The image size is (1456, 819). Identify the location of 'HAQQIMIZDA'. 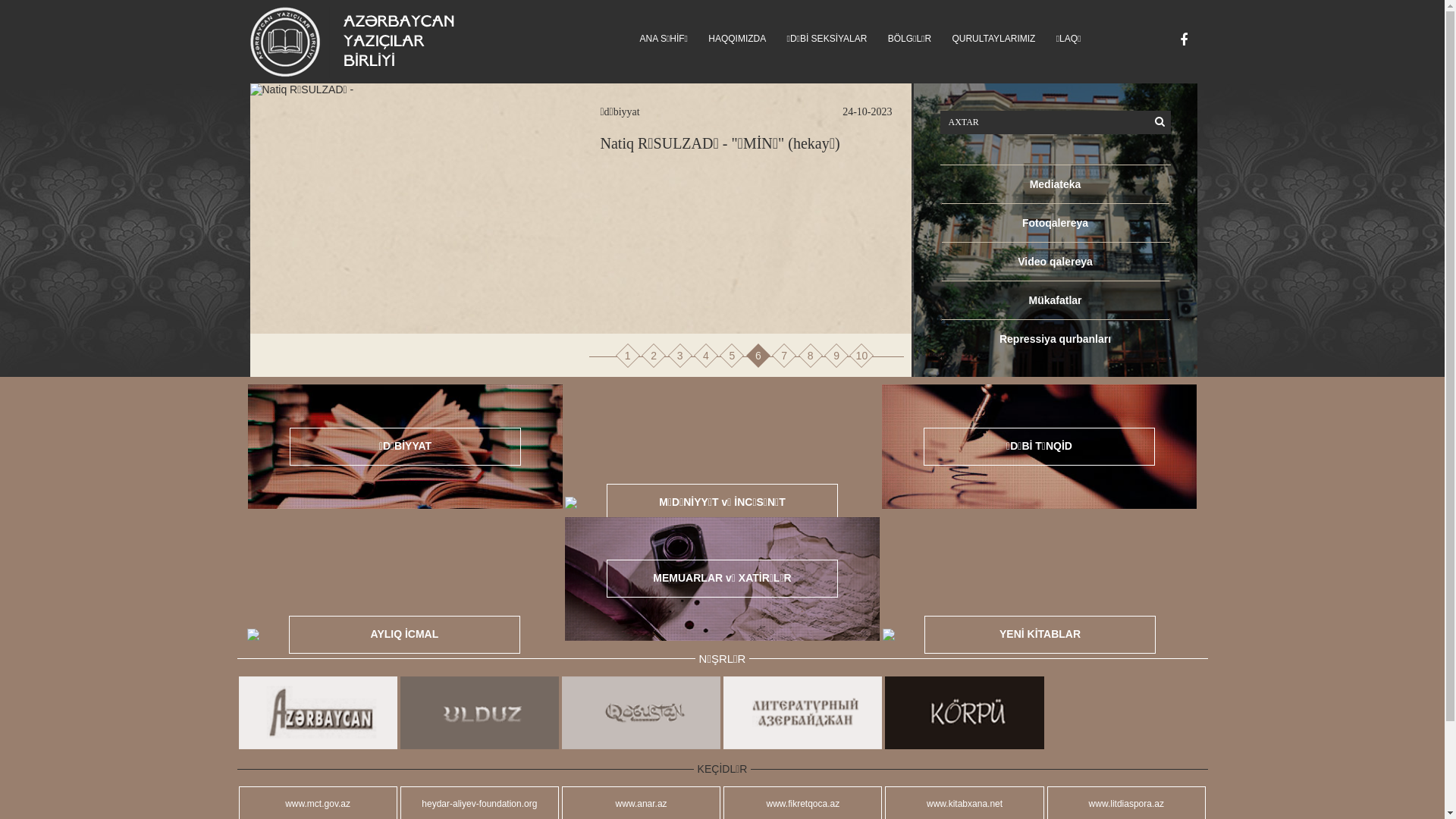
(736, 37).